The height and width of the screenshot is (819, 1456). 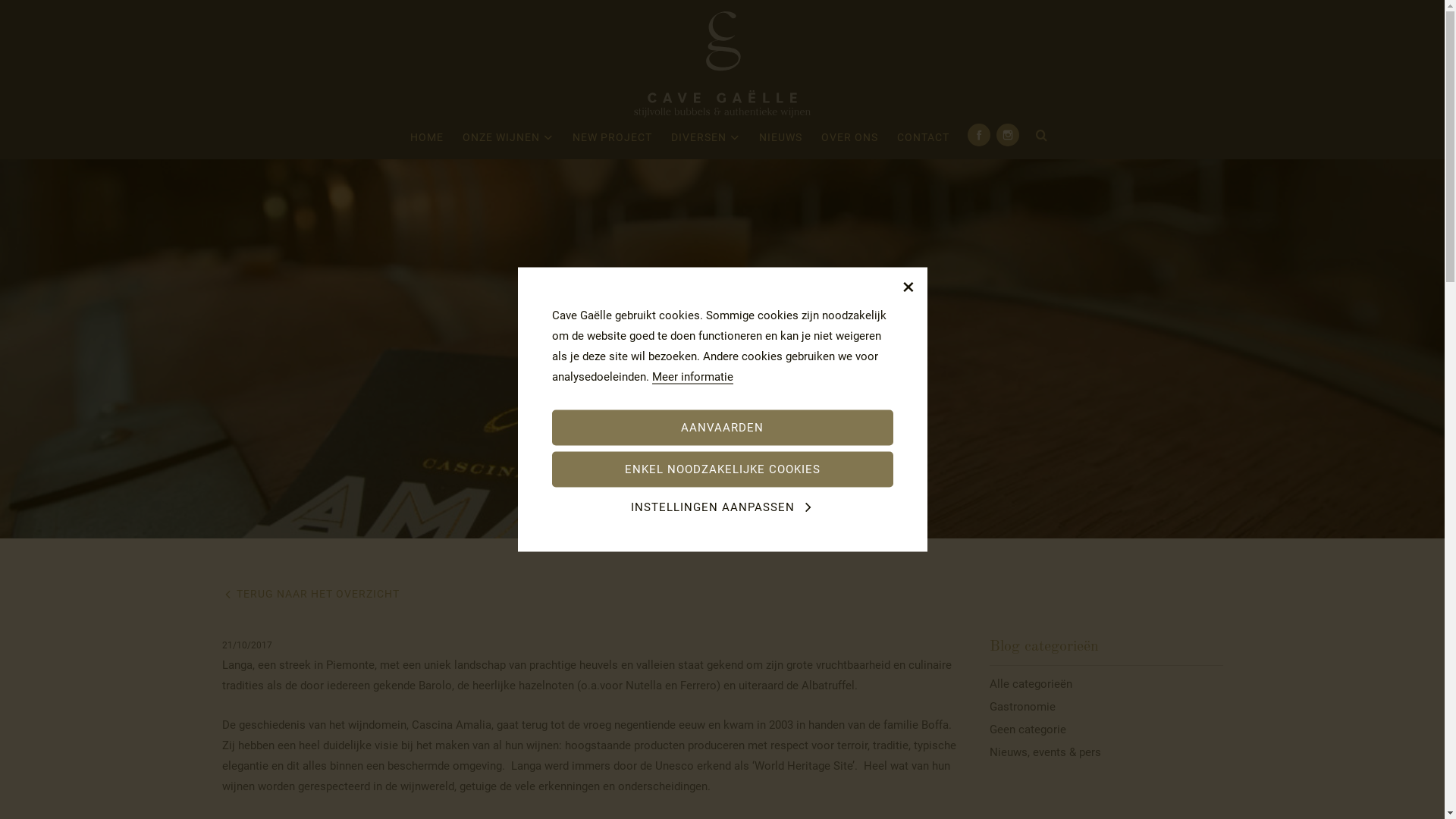 I want to click on 'TERUG NAAR HET OVERZICHT', so click(x=309, y=593).